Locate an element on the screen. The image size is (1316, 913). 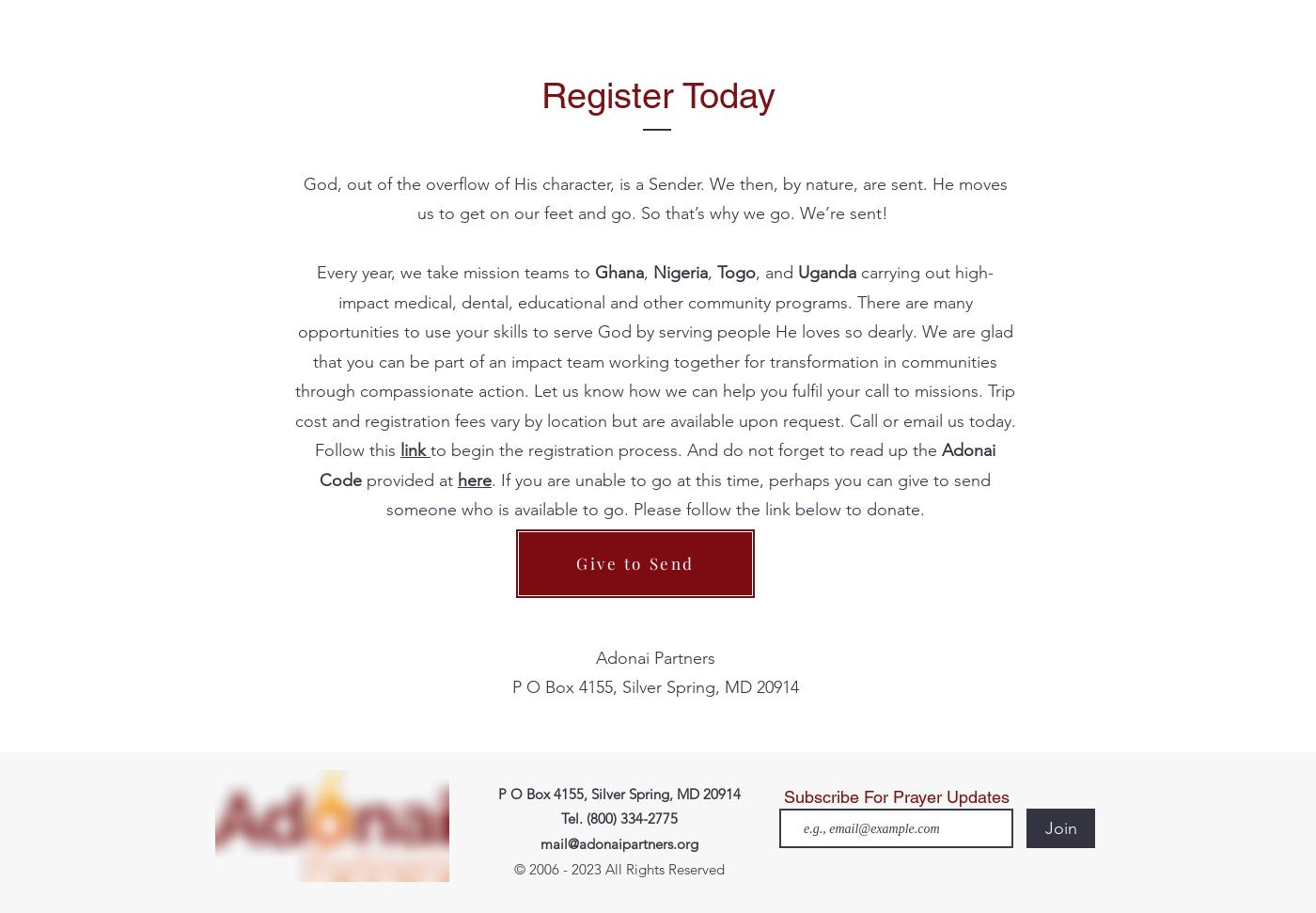
'Give to Send' is located at coordinates (634, 562).